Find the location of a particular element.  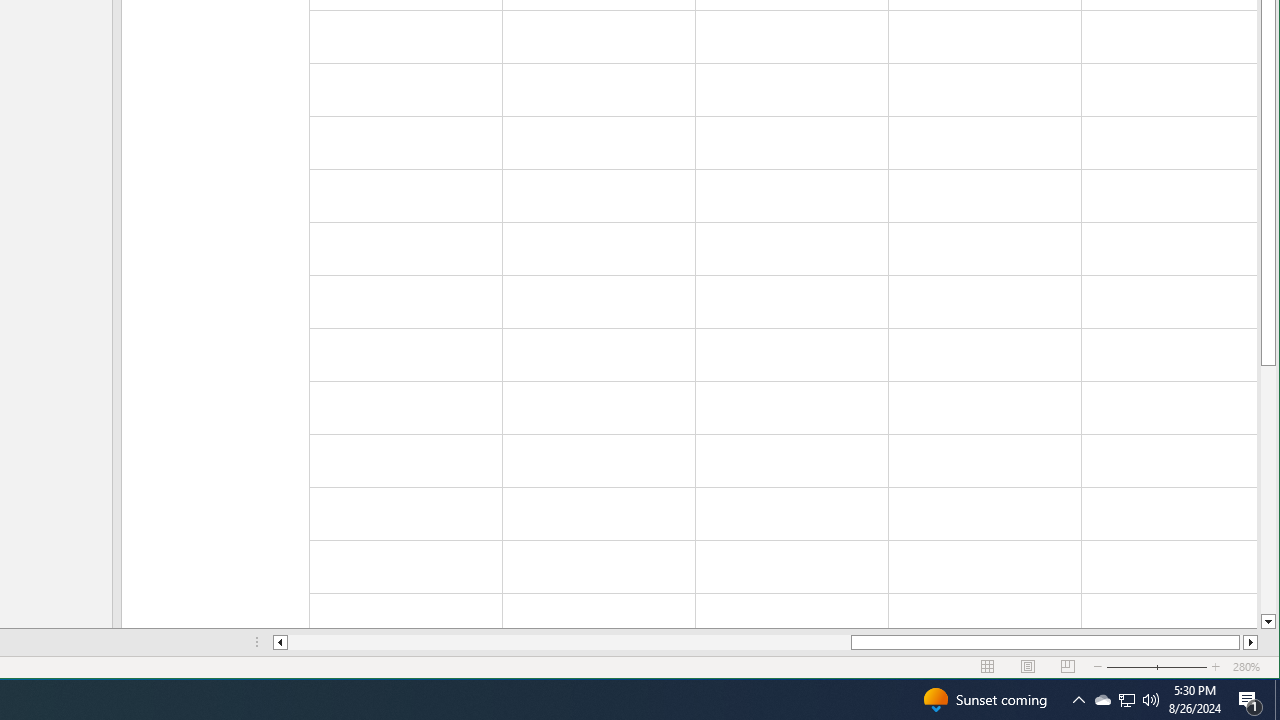

'Q2790: 100%' is located at coordinates (1151, 698).